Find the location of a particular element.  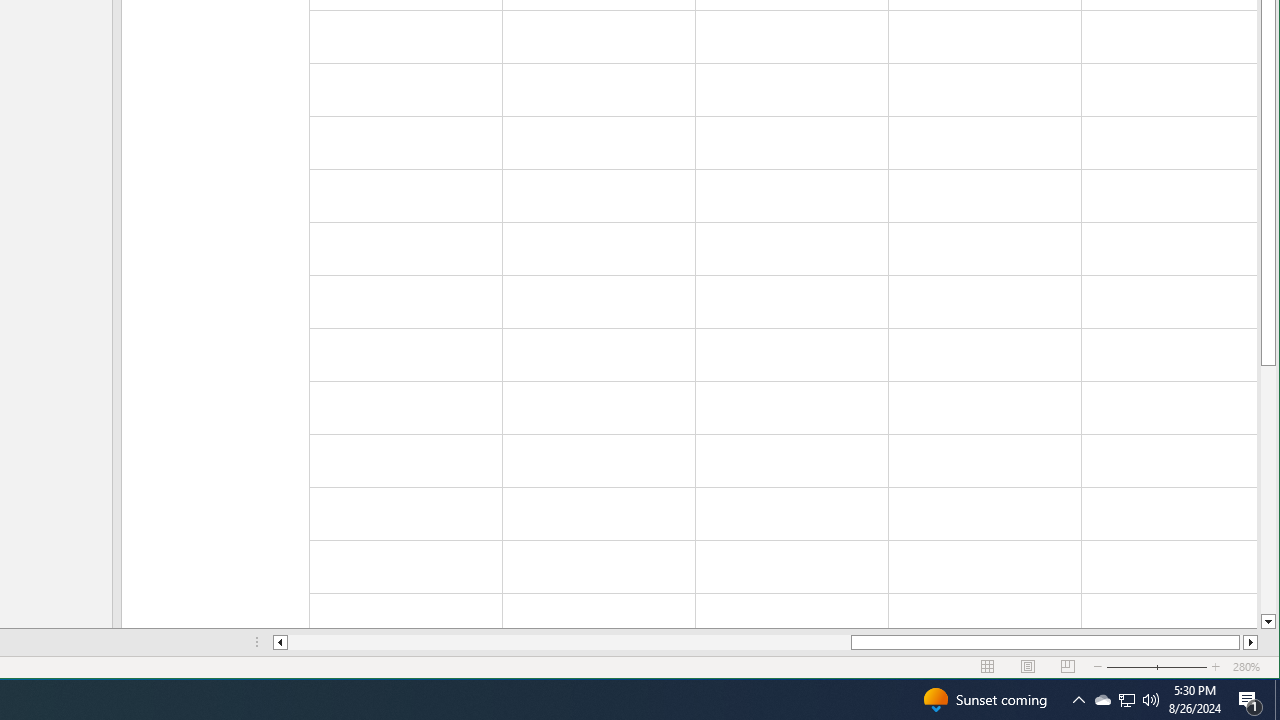

'Q2790: 100%' is located at coordinates (1151, 698).